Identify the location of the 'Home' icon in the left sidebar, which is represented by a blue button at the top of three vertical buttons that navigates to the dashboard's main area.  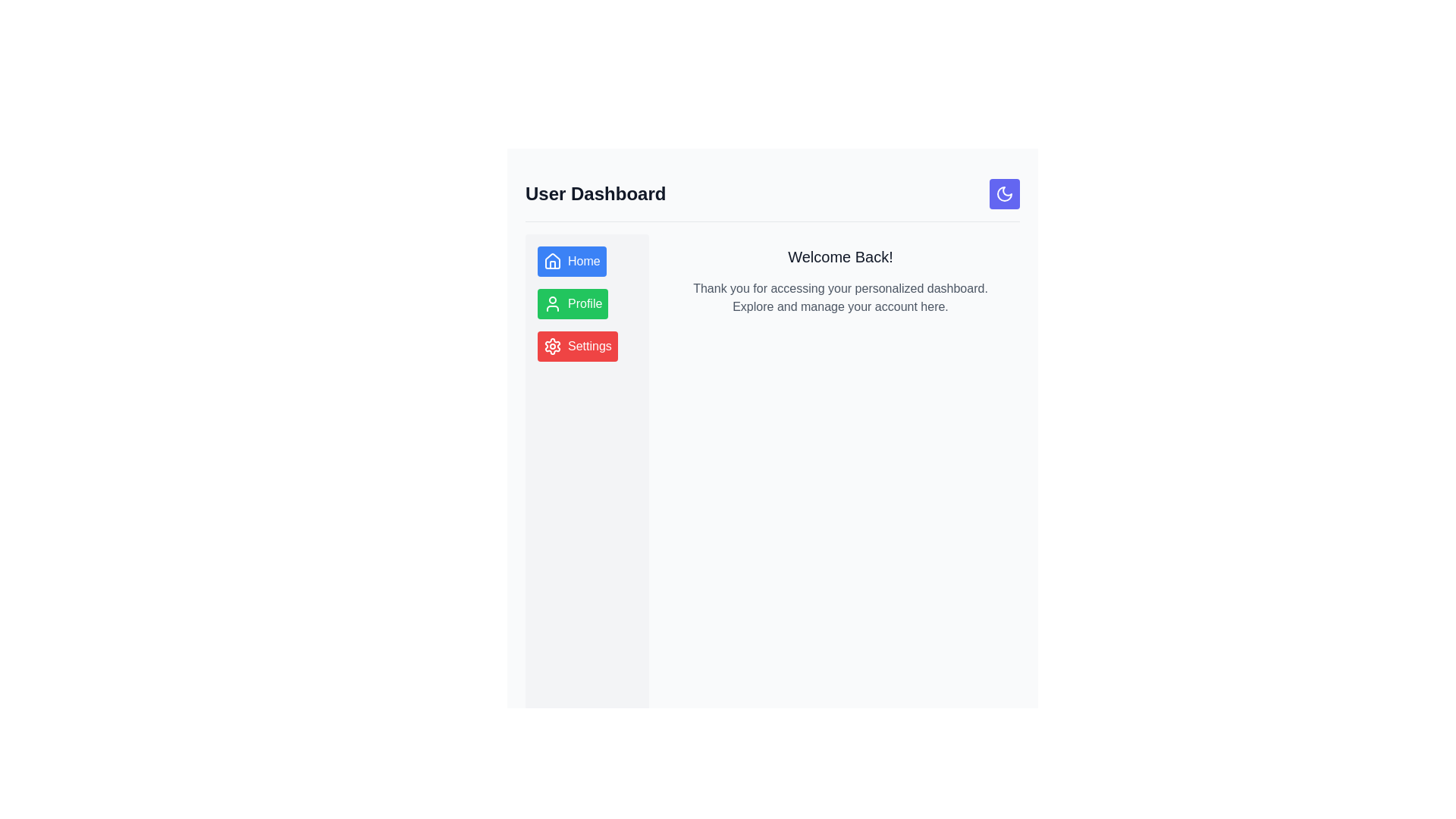
(552, 259).